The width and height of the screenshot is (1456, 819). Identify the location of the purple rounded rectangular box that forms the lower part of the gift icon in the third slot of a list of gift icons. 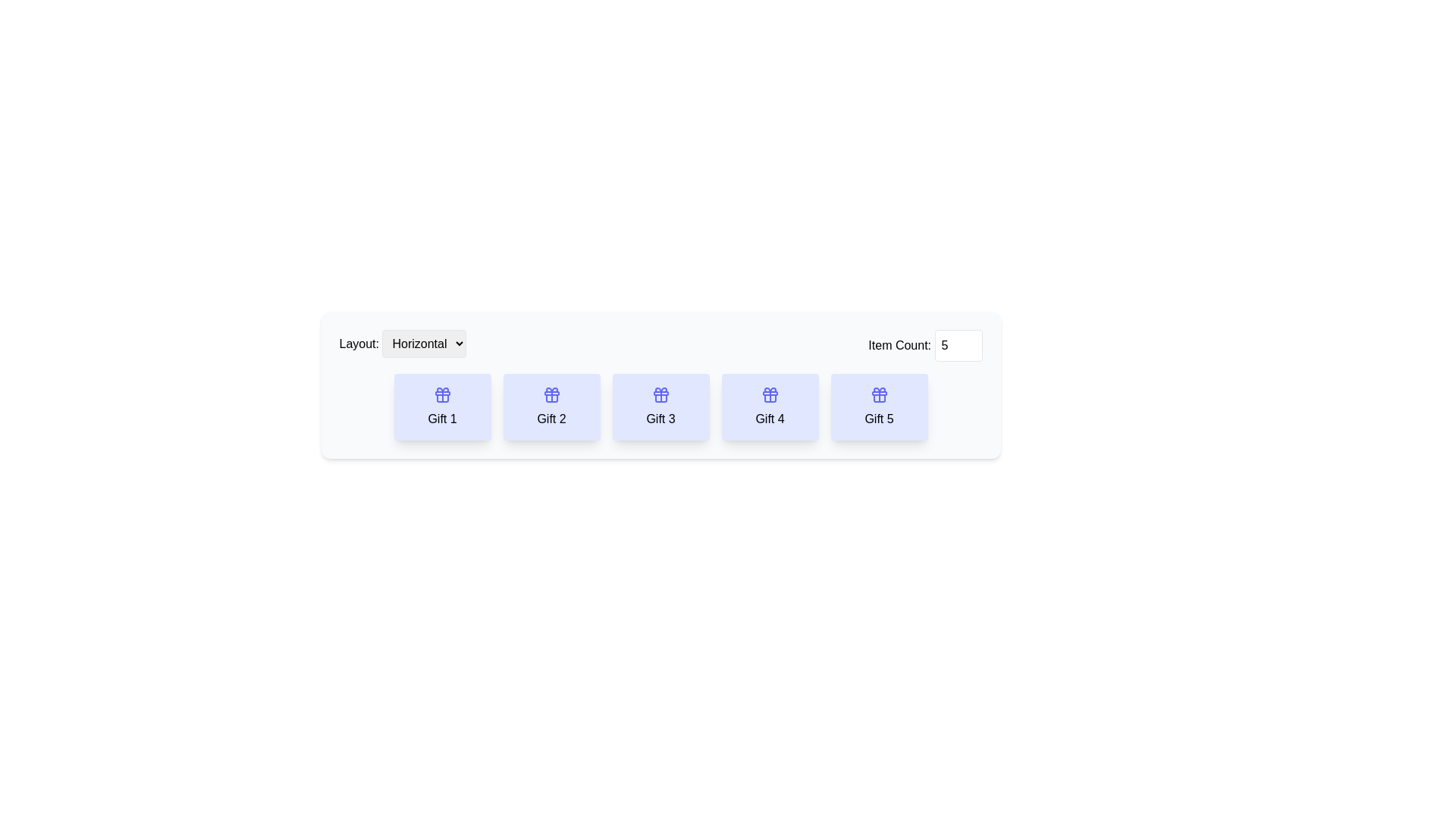
(661, 397).